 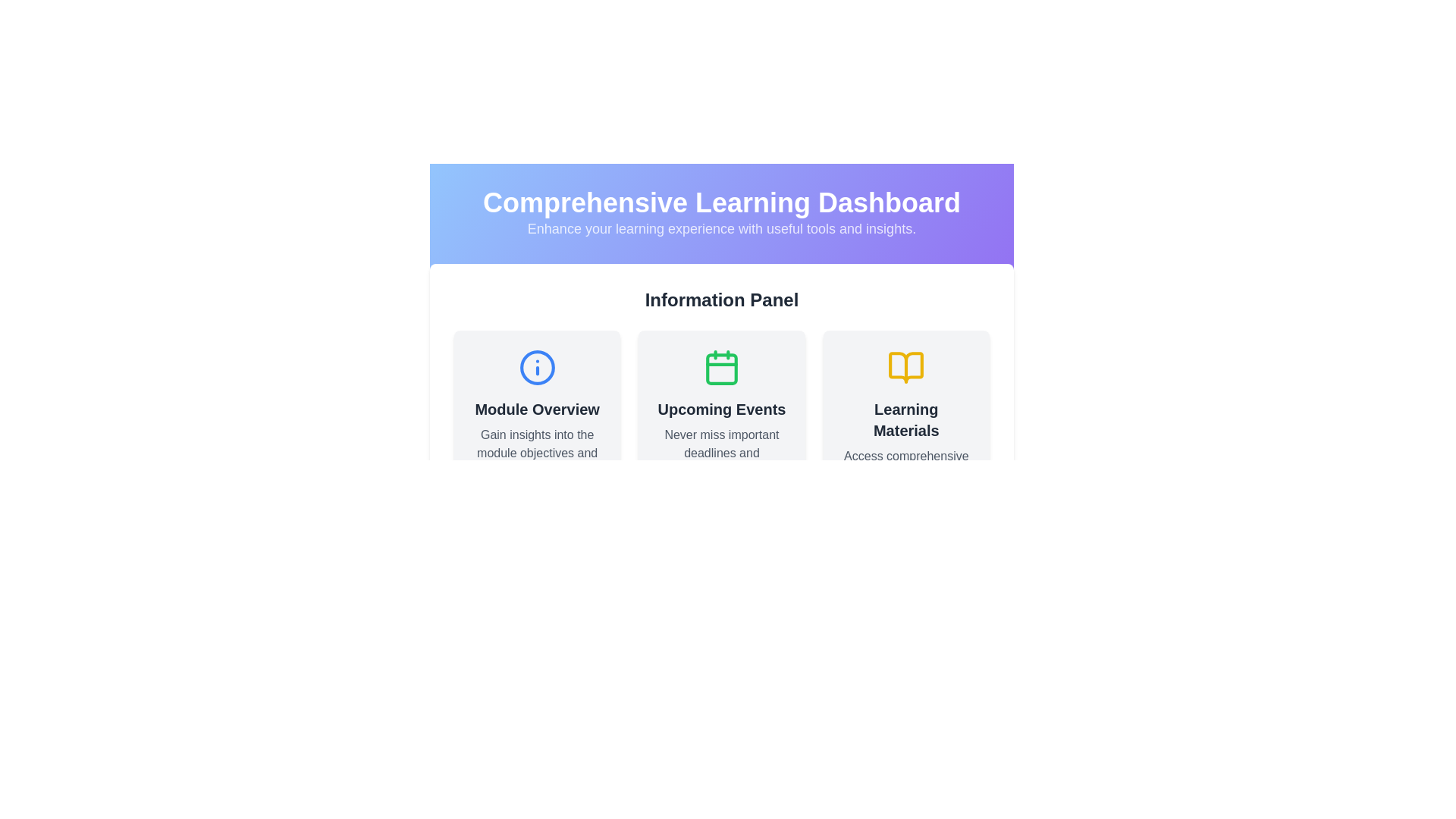 I want to click on header titled 'Information Panel' which is bold, larger in font size, and colored dark gray, located prominently near the top of the interface, so click(x=720, y=300).